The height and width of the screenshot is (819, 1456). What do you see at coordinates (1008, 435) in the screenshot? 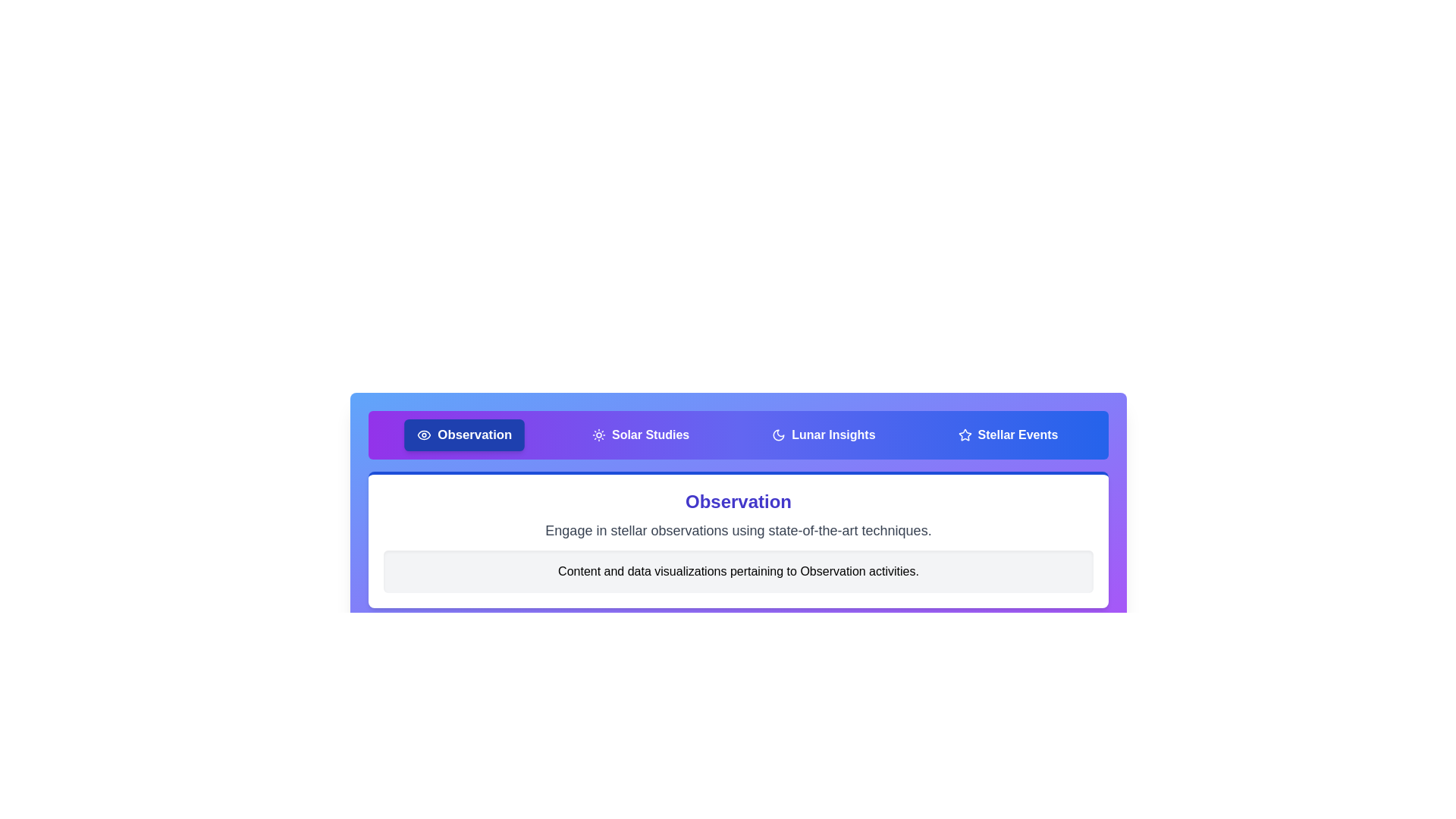
I see `the tab labeled Stellar Events to observe its hover effect` at bounding box center [1008, 435].